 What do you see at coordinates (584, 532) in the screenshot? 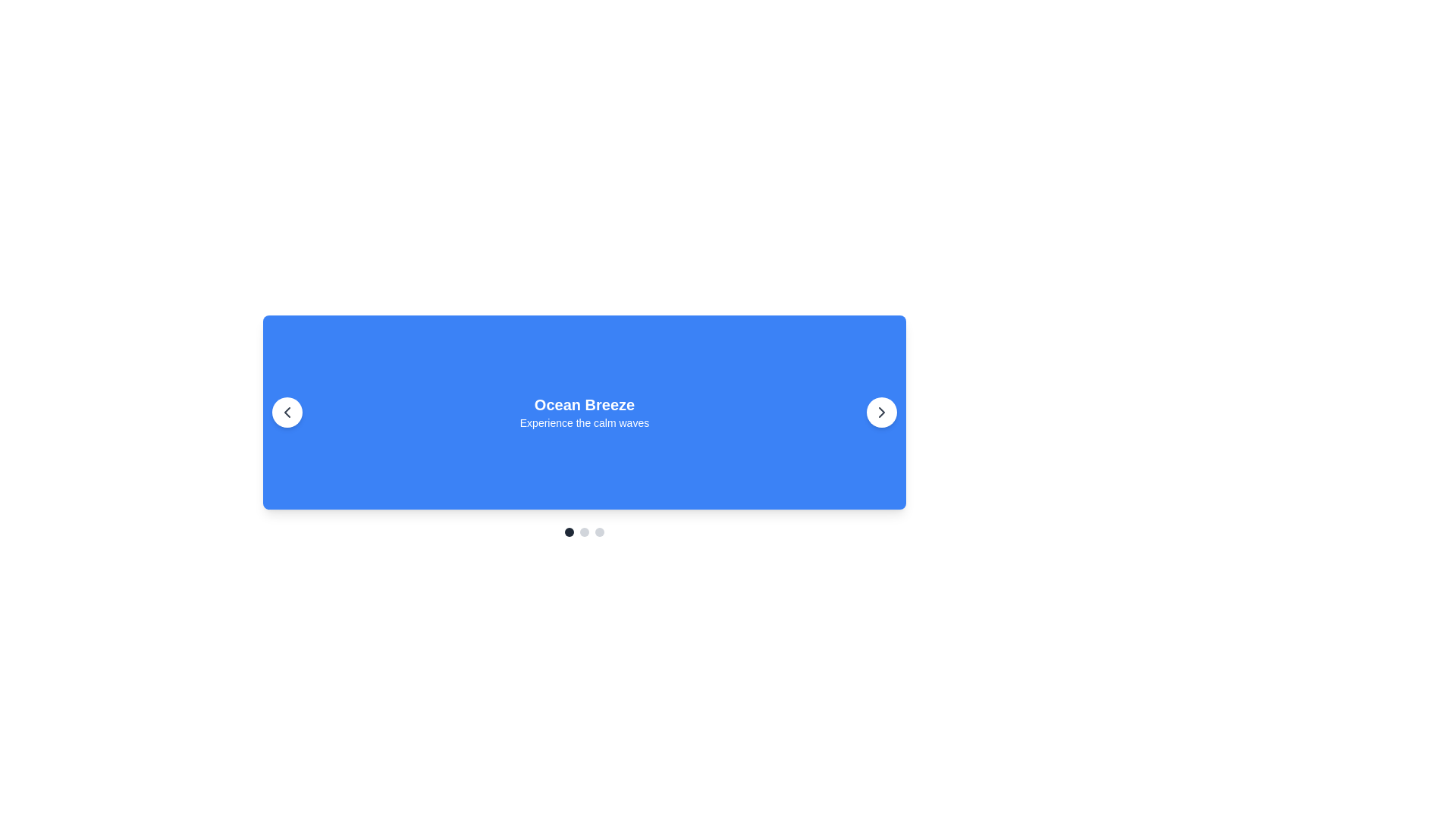
I see `the second Carousel navigation dot, which is a small light gray circular element located below the blue panel with the text 'Ocean Breeze Experience the calm waves'` at bounding box center [584, 532].